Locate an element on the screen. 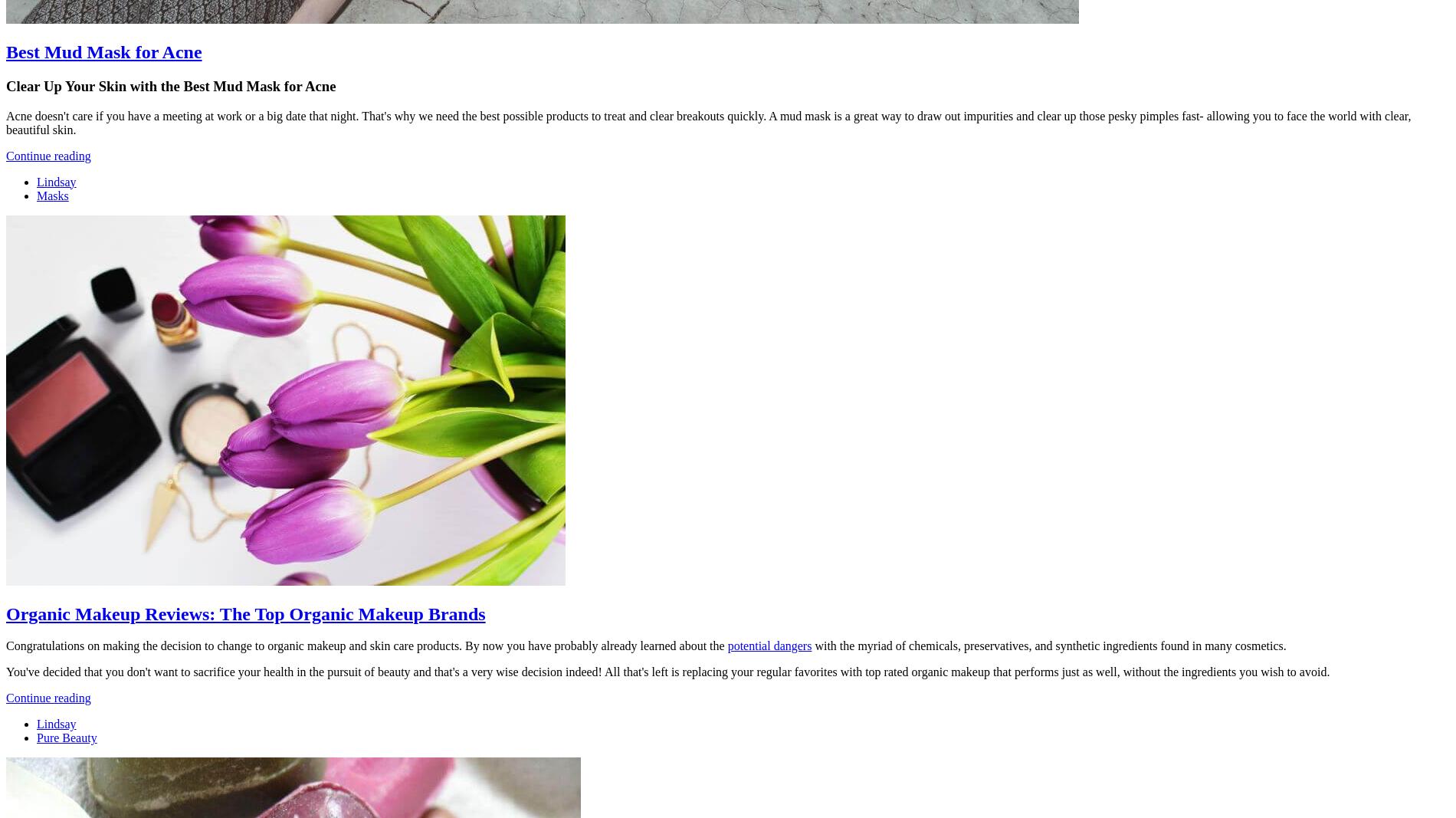 This screenshot has width=1456, height=818. 'Clear Up Your Skin with the Best Mud Mask for Acne' is located at coordinates (5, 84).